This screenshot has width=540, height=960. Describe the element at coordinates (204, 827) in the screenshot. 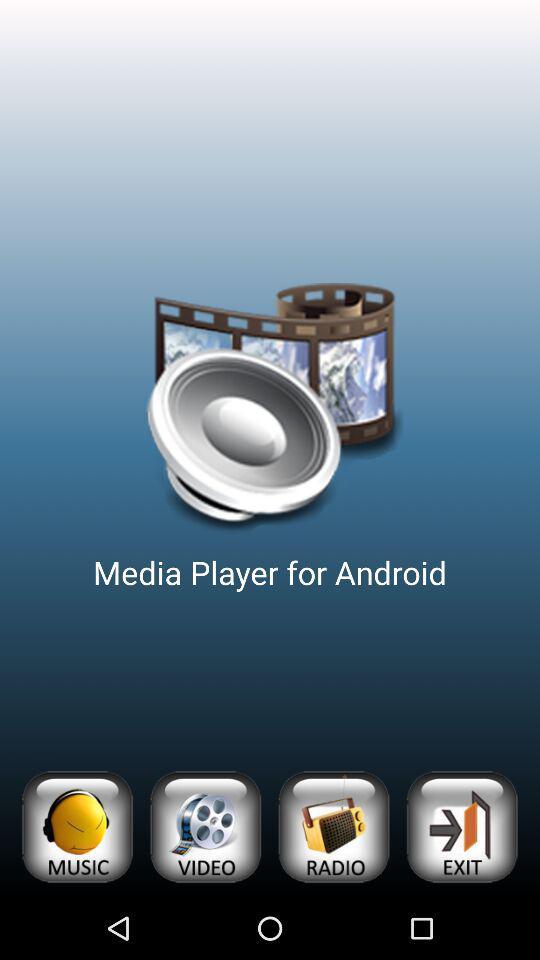

I see `app below the media player for` at that location.